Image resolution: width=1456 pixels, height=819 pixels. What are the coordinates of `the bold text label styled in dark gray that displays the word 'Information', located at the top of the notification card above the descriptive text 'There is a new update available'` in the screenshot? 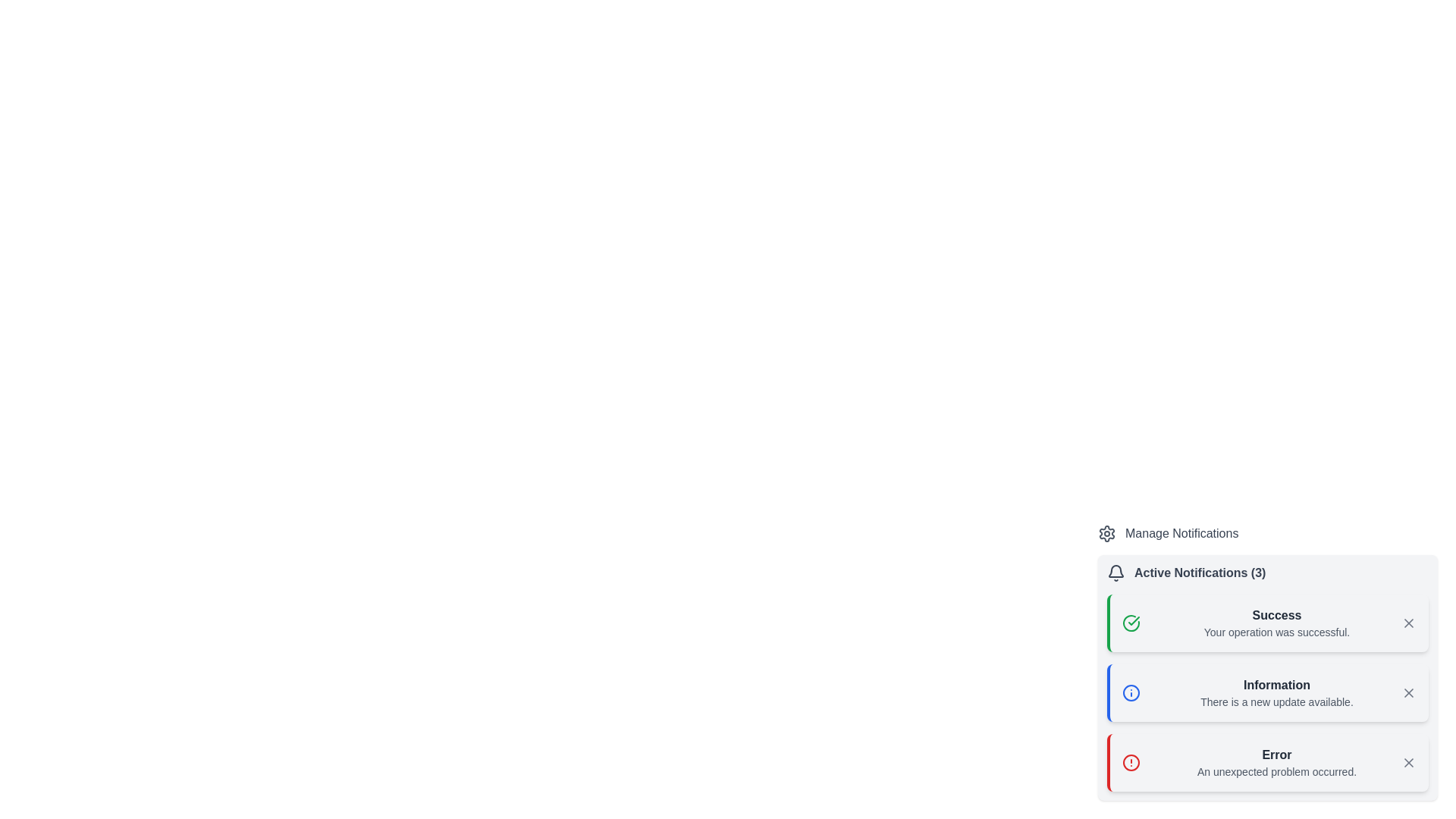 It's located at (1276, 685).